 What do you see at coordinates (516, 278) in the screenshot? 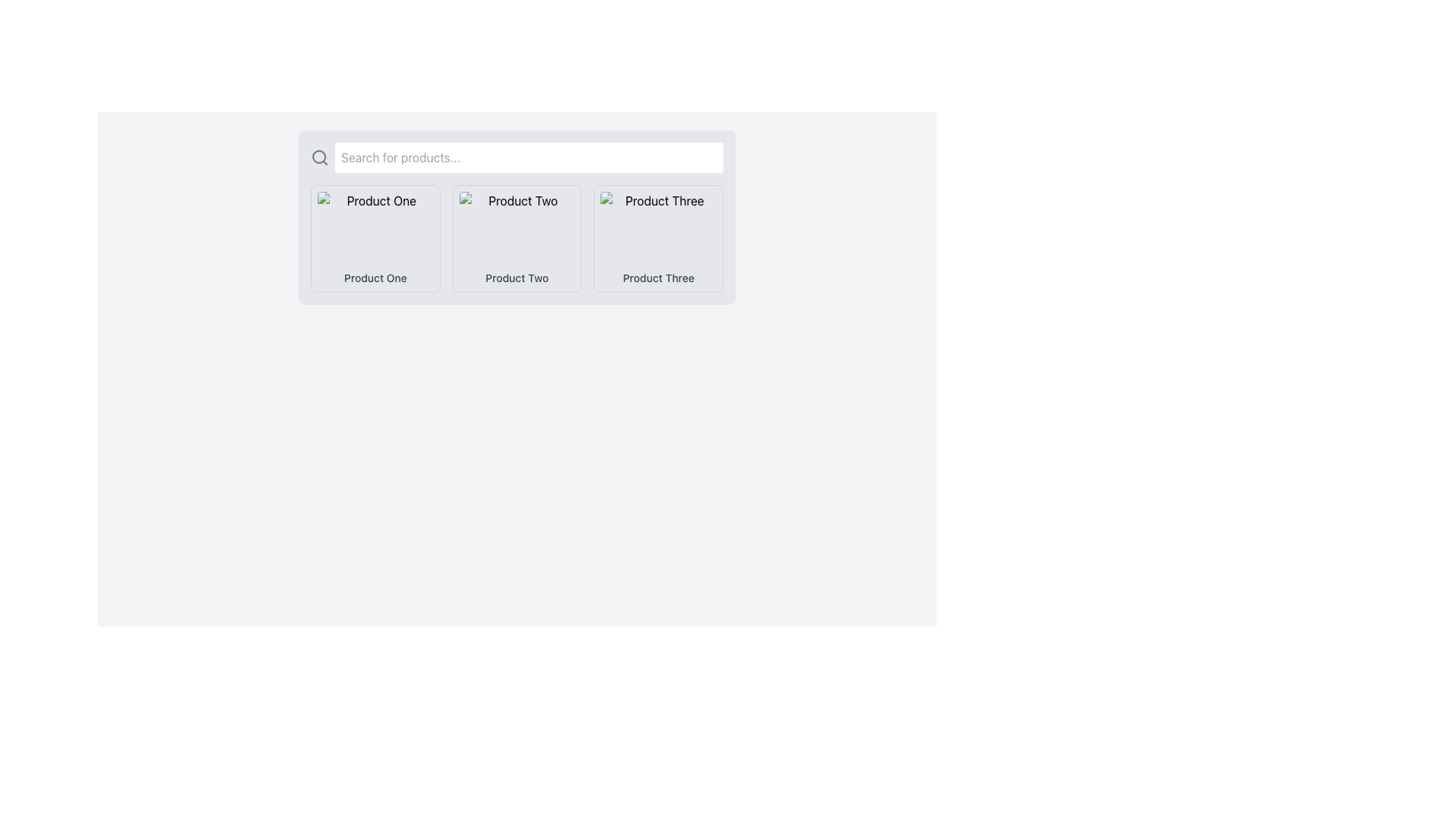
I see `the text label 'Product Two'` at bounding box center [516, 278].